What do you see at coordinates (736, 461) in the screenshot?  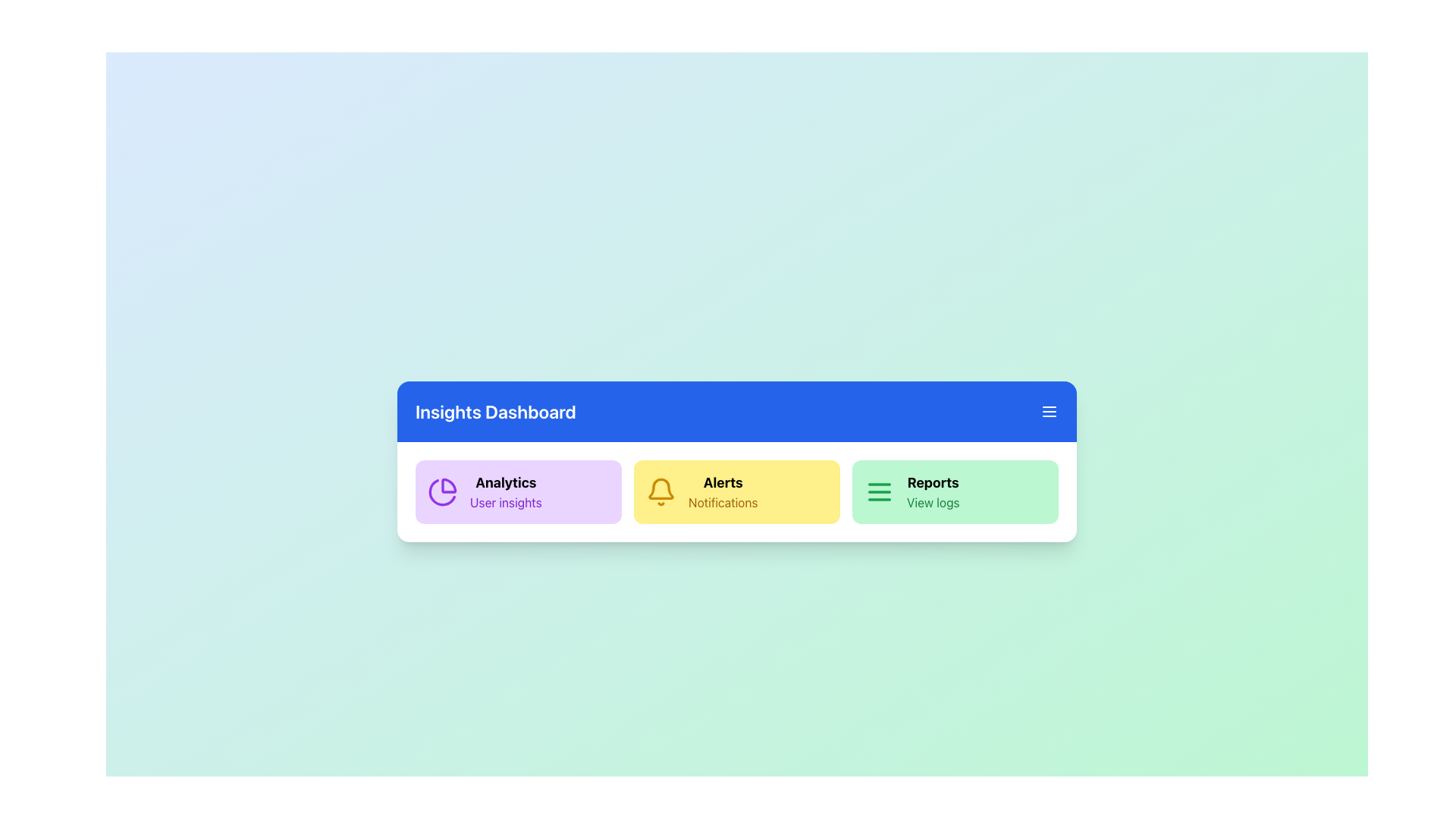 I see `the second rectangular yellow card with rounded corners in the Insights Dashboard section` at bounding box center [736, 461].